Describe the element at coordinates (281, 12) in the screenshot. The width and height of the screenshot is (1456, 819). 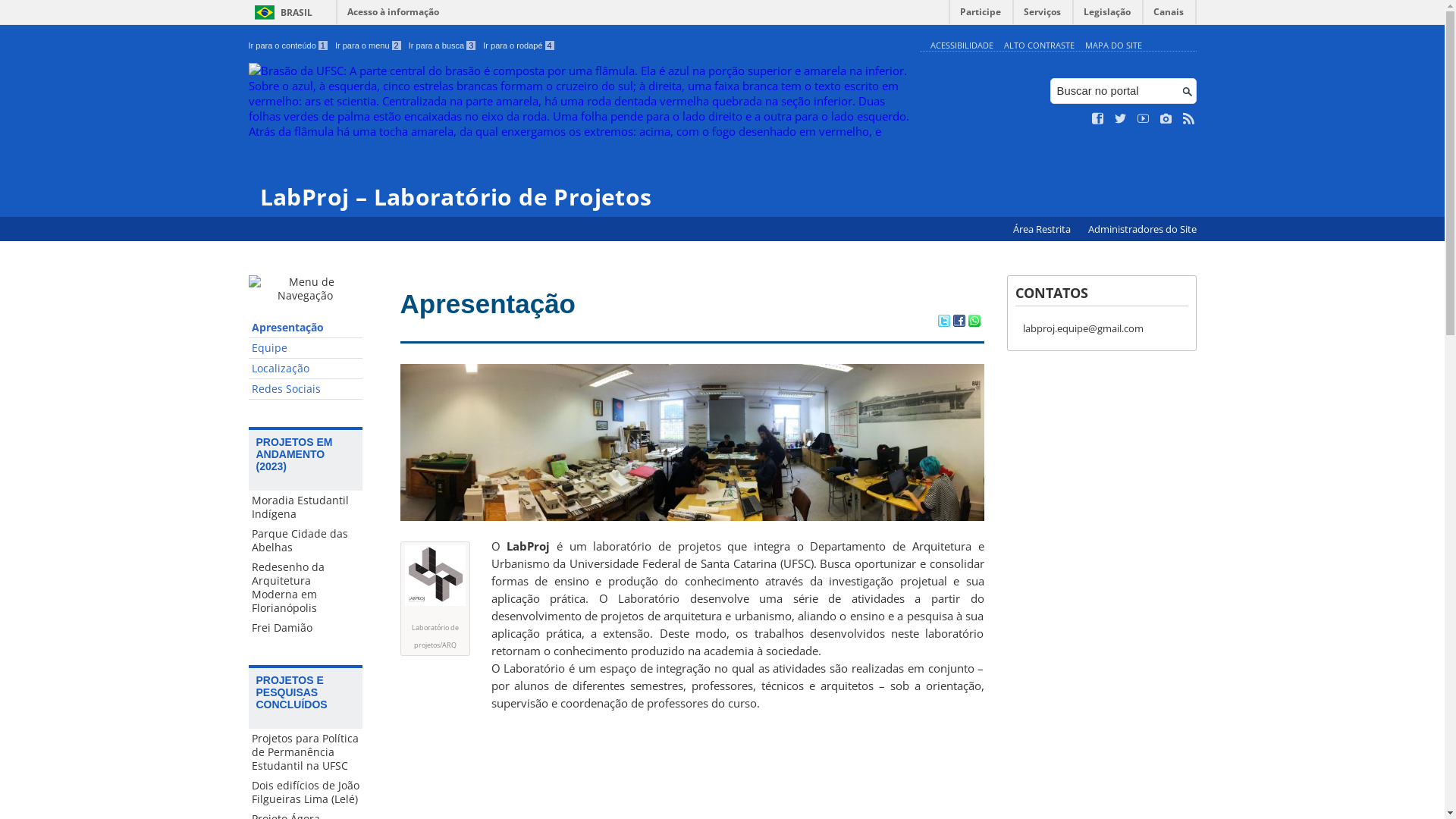
I see `'BRASIL'` at that location.